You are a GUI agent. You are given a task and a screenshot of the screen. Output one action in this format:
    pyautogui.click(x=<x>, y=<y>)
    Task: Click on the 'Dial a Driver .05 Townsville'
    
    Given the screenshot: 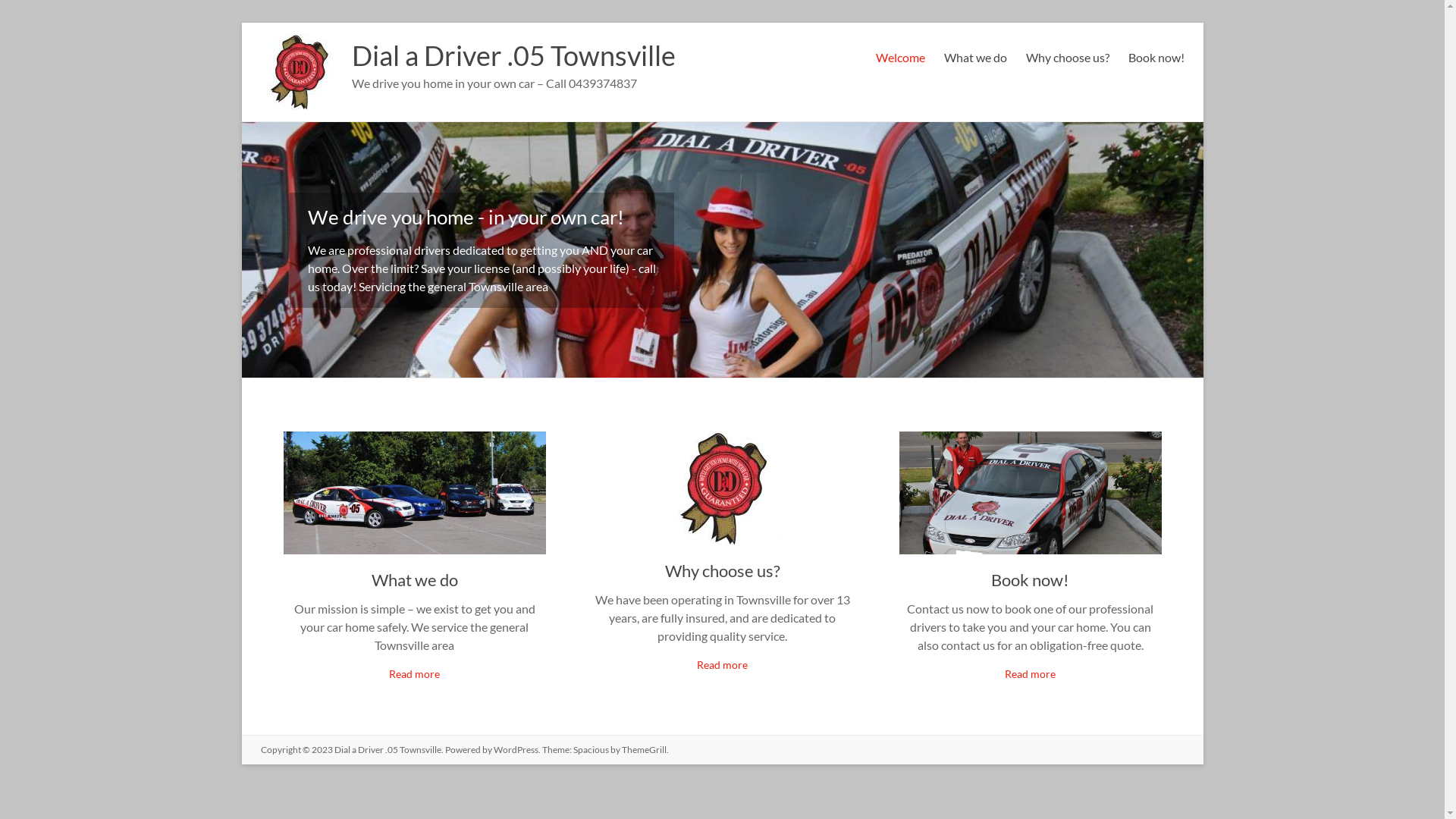 What is the action you would take?
    pyautogui.click(x=513, y=55)
    